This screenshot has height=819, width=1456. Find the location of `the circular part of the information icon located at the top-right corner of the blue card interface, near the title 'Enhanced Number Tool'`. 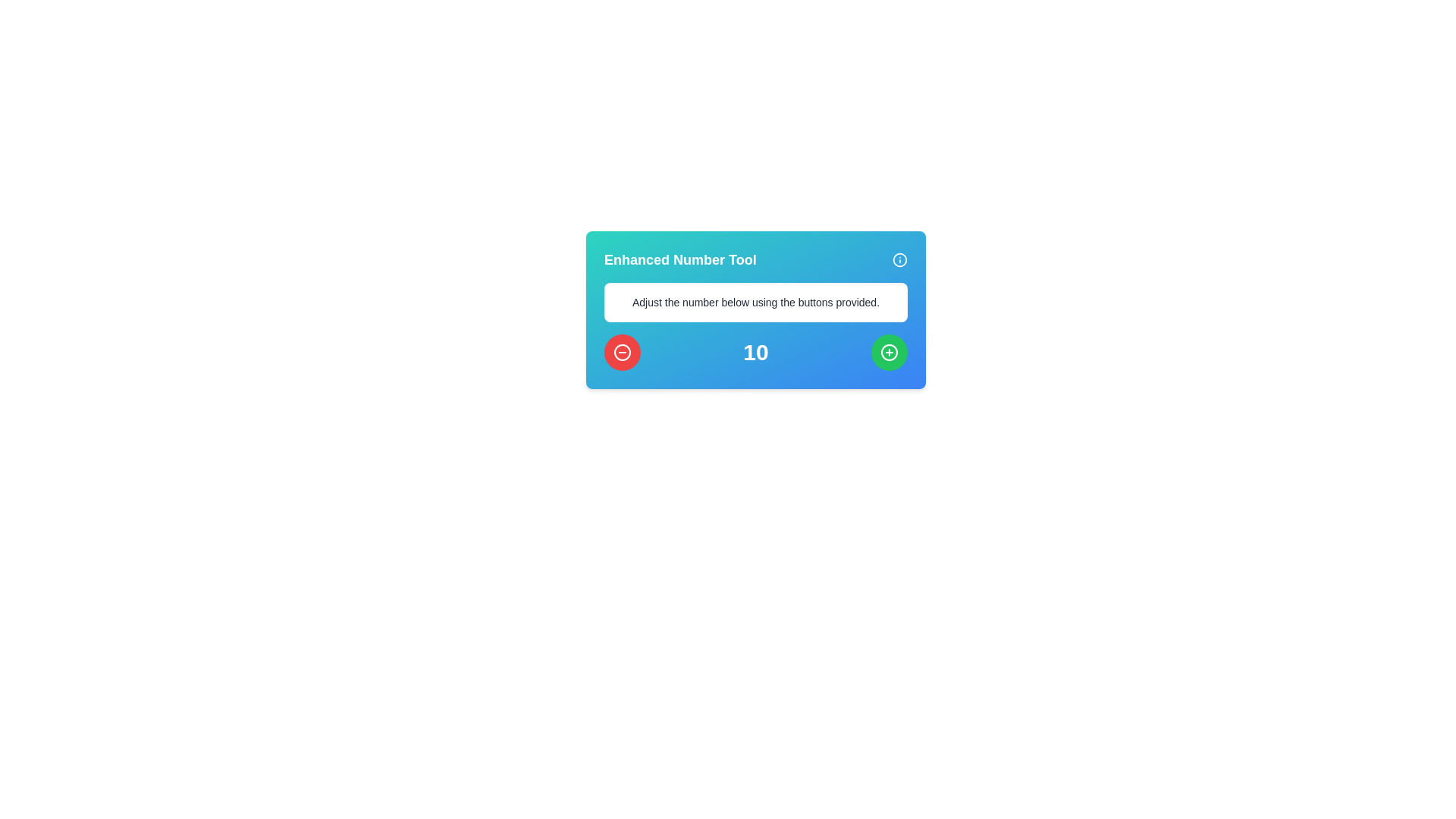

the circular part of the information icon located at the top-right corner of the blue card interface, near the title 'Enhanced Number Tool' is located at coordinates (899, 259).